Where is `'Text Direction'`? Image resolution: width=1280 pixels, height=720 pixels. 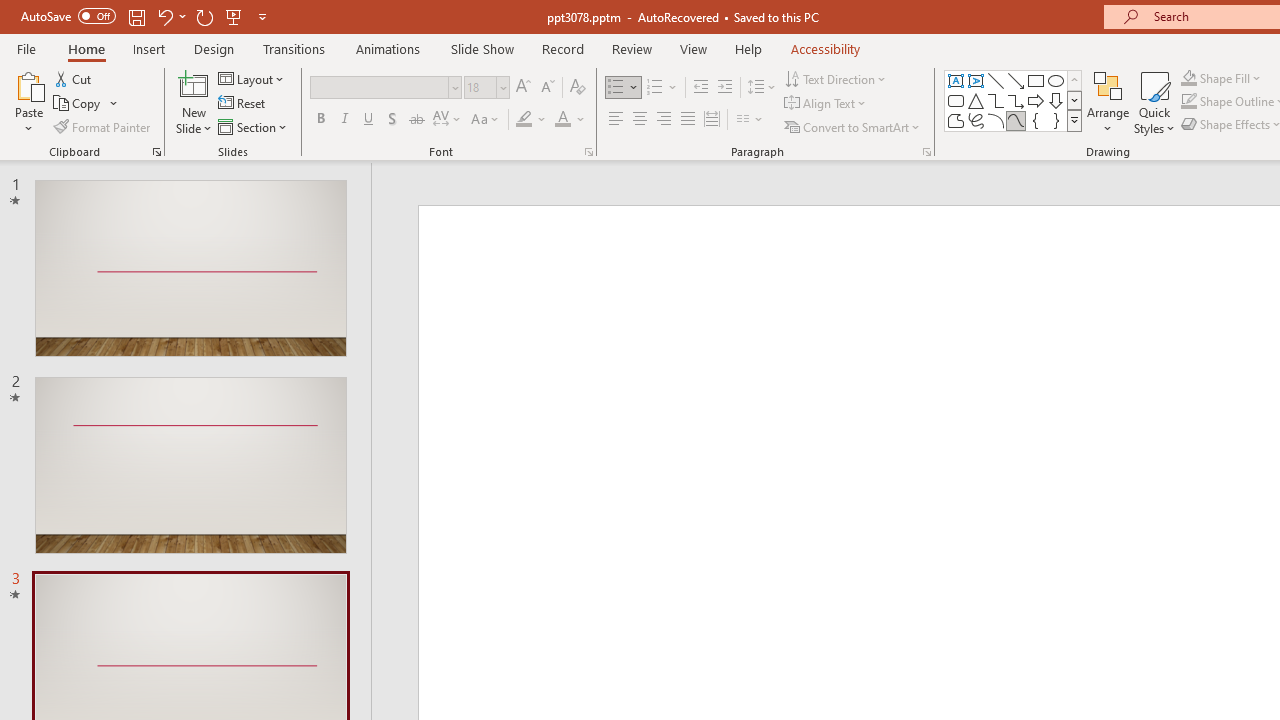
'Text Direction' is located at coordinates (837, 78).